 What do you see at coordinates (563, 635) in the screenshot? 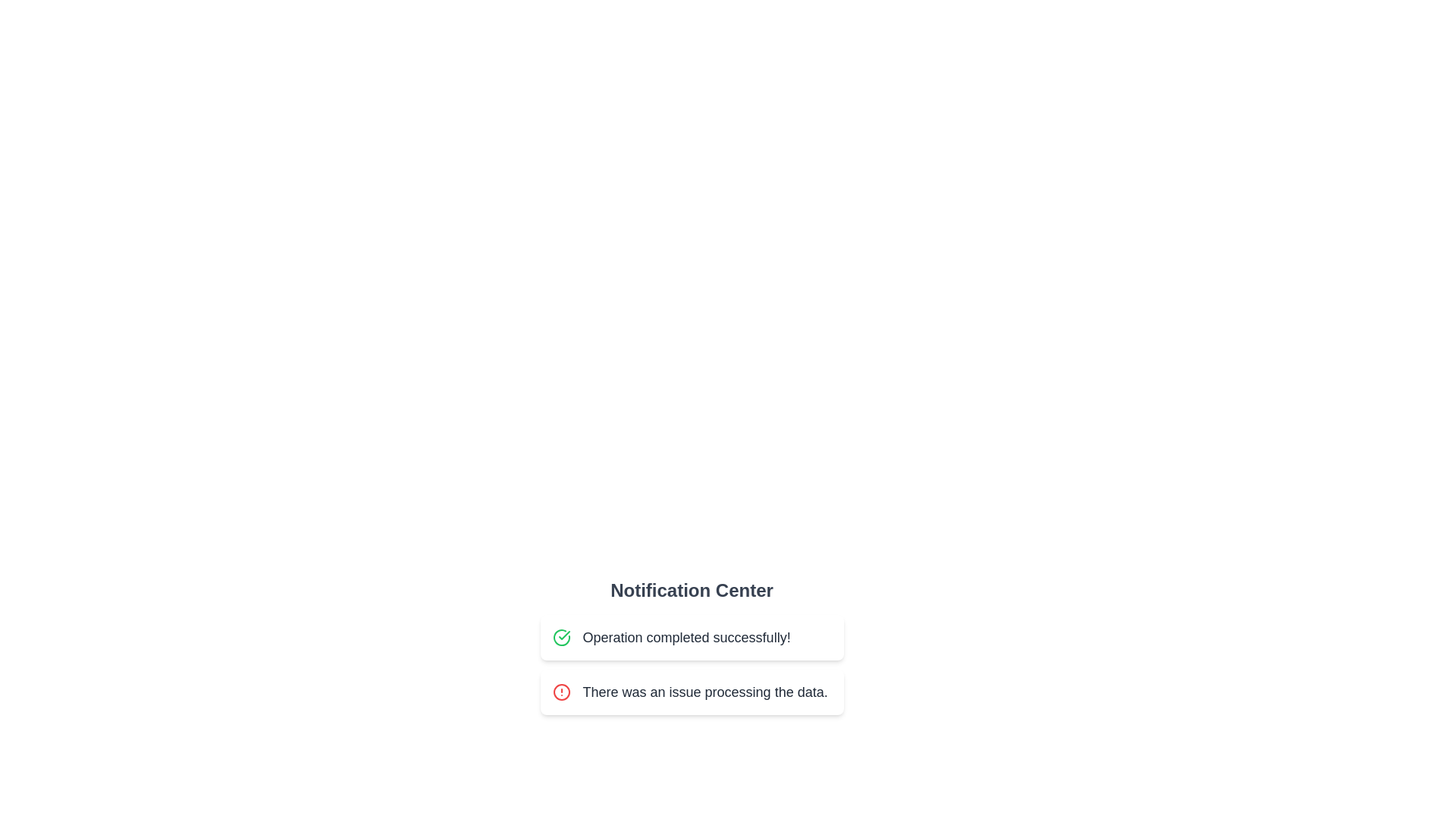
I see `the green checkmark icon within its circular boundary, which indicates a successful operation` at bounding box center [563, 635].